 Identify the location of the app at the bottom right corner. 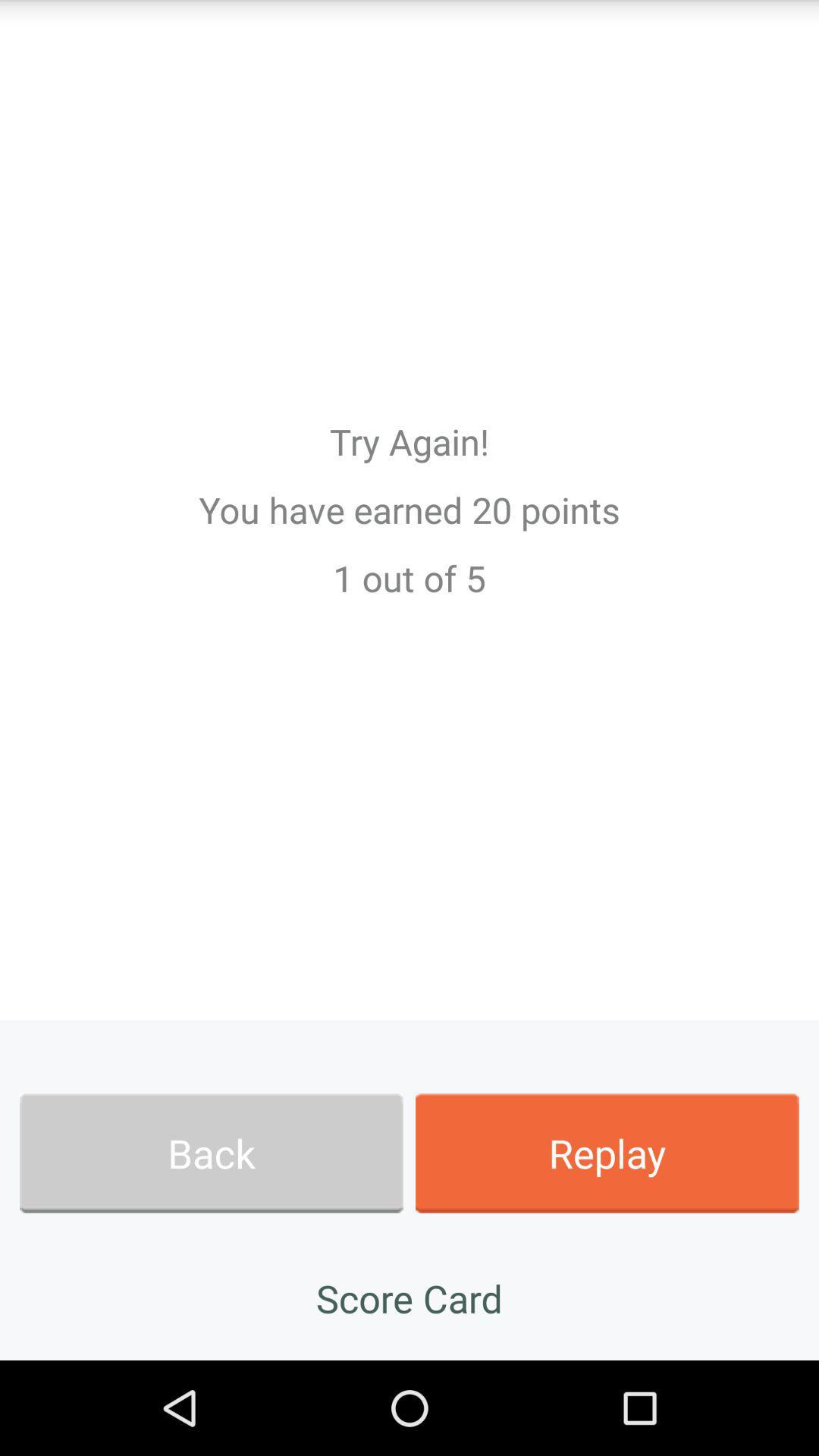
(607, 1153).